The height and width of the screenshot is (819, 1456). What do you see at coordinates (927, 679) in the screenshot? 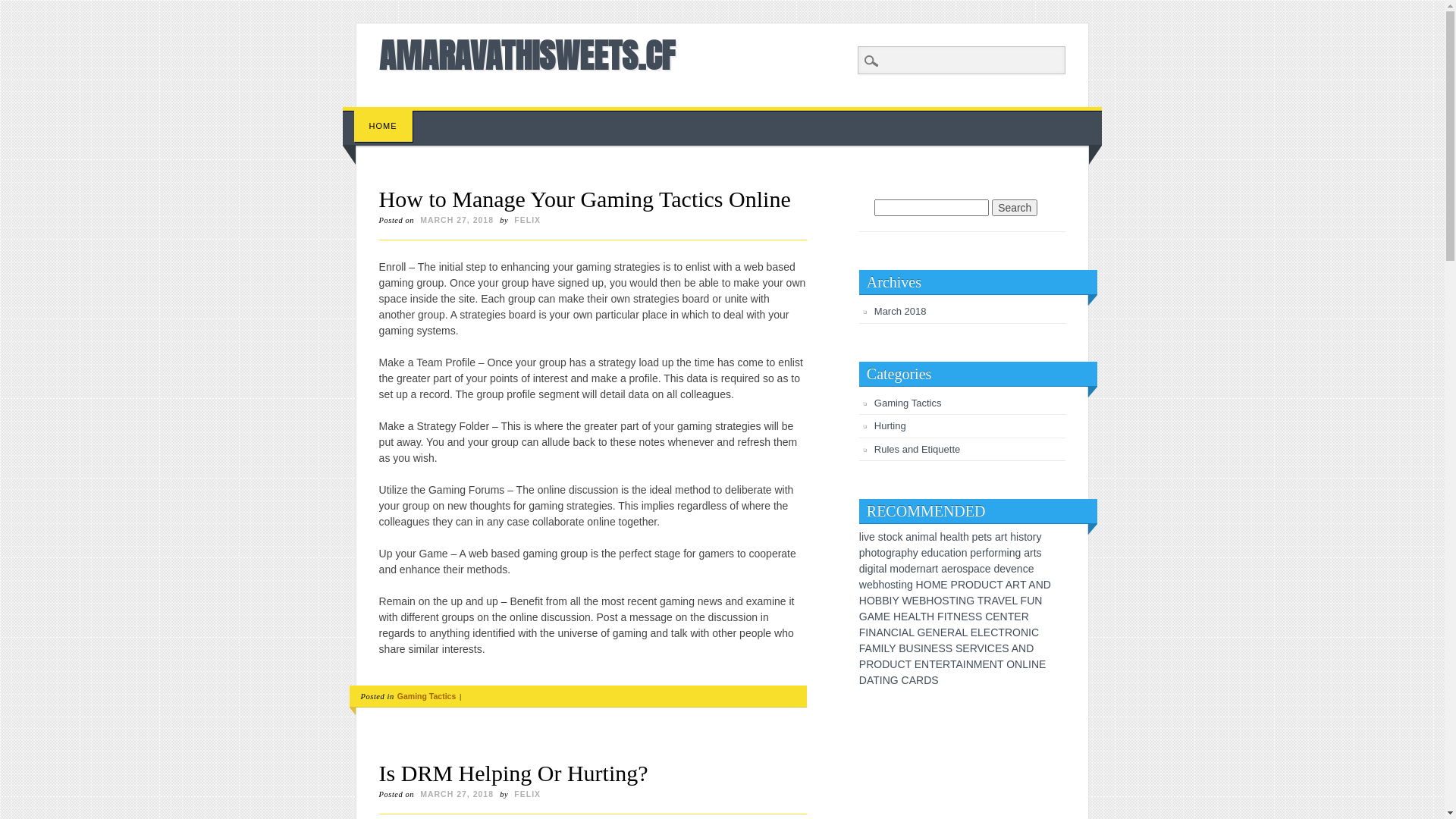
I see `'D'` at bounding box center [927, 679].